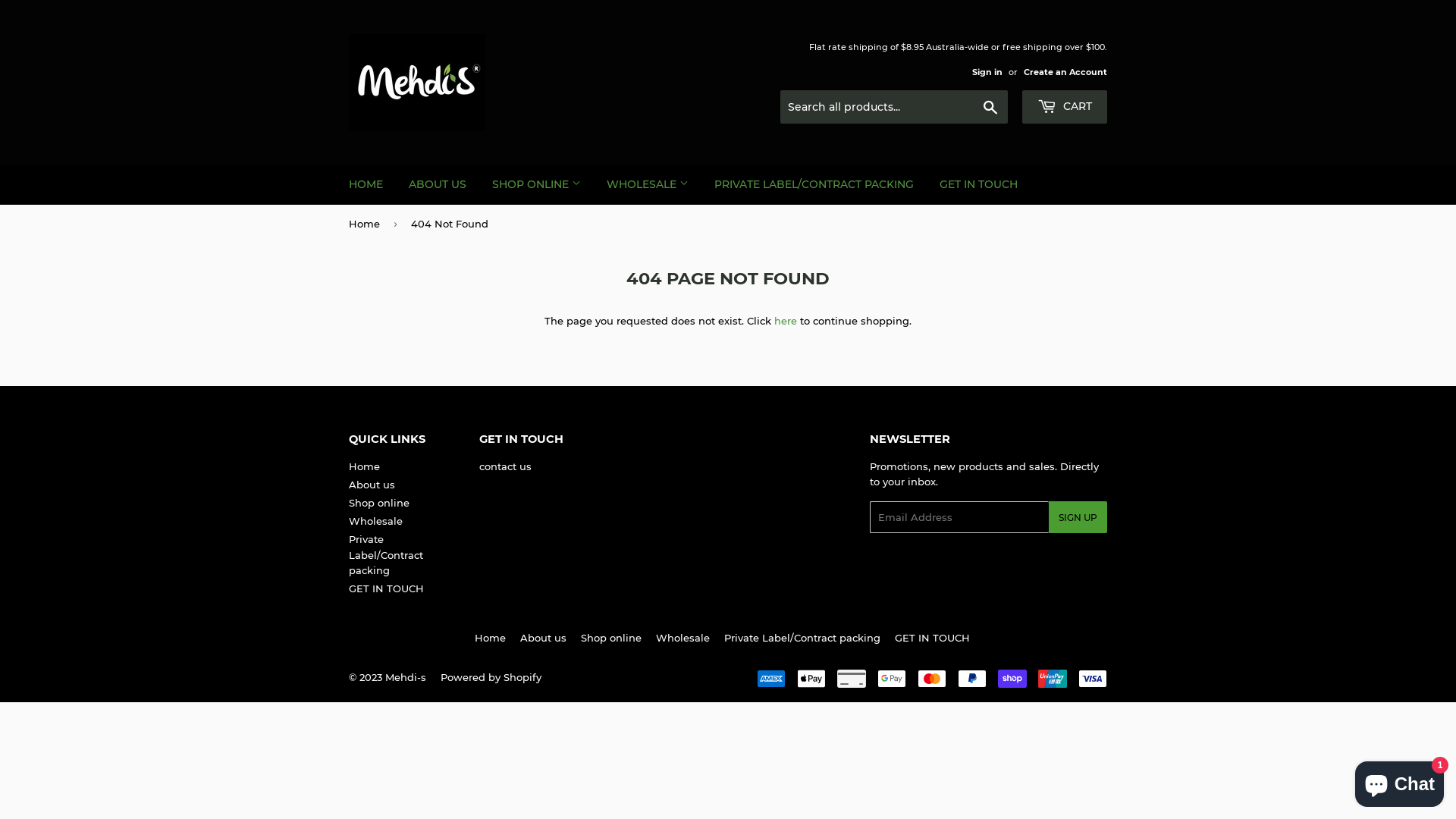 This screenshot has width=1456, height=819. I want to click on 'HOME', so click(337, 184).